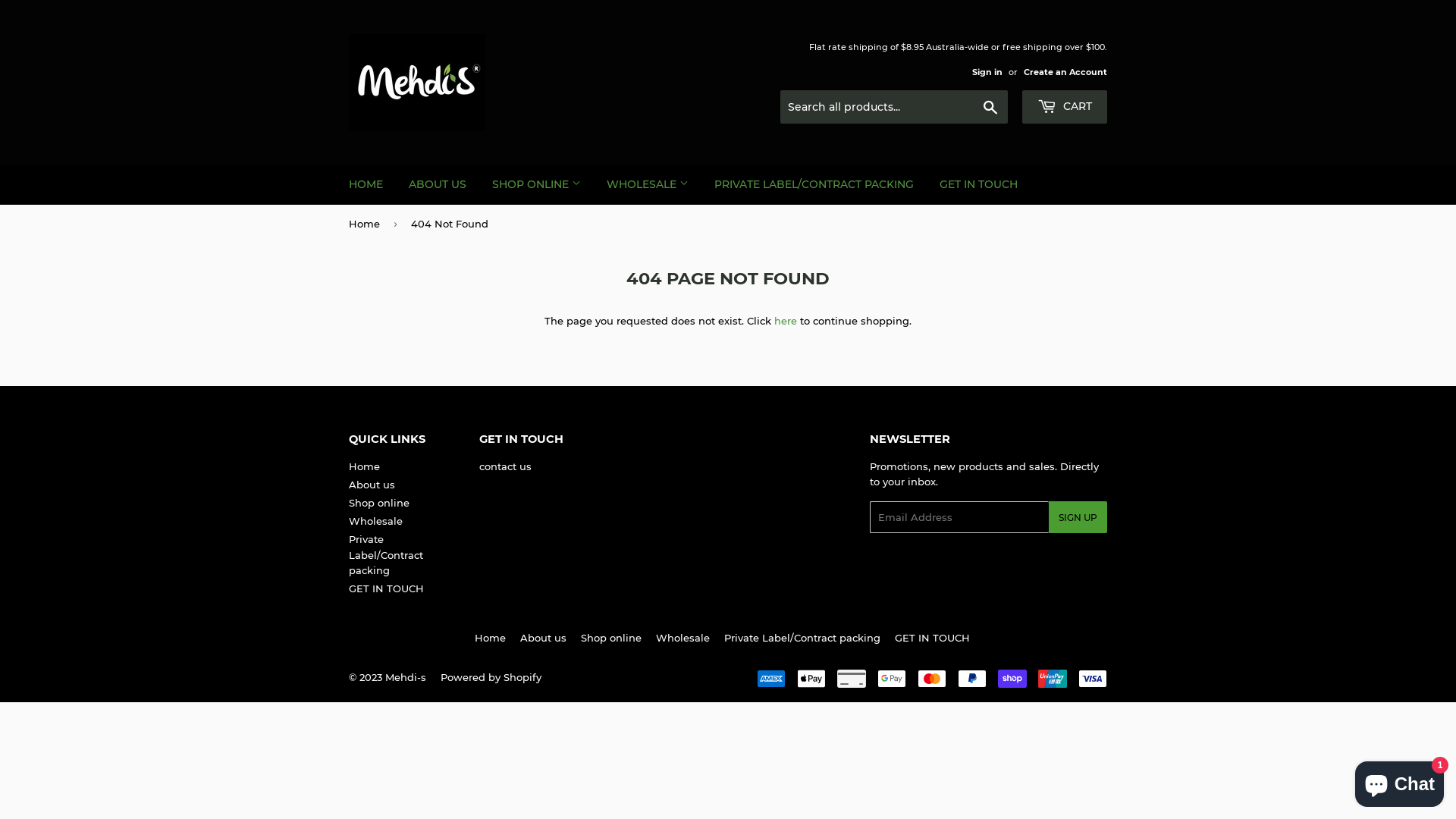 This screenshot has width=1456, height=819. I want to click on 'HOME', so click(337, 184).